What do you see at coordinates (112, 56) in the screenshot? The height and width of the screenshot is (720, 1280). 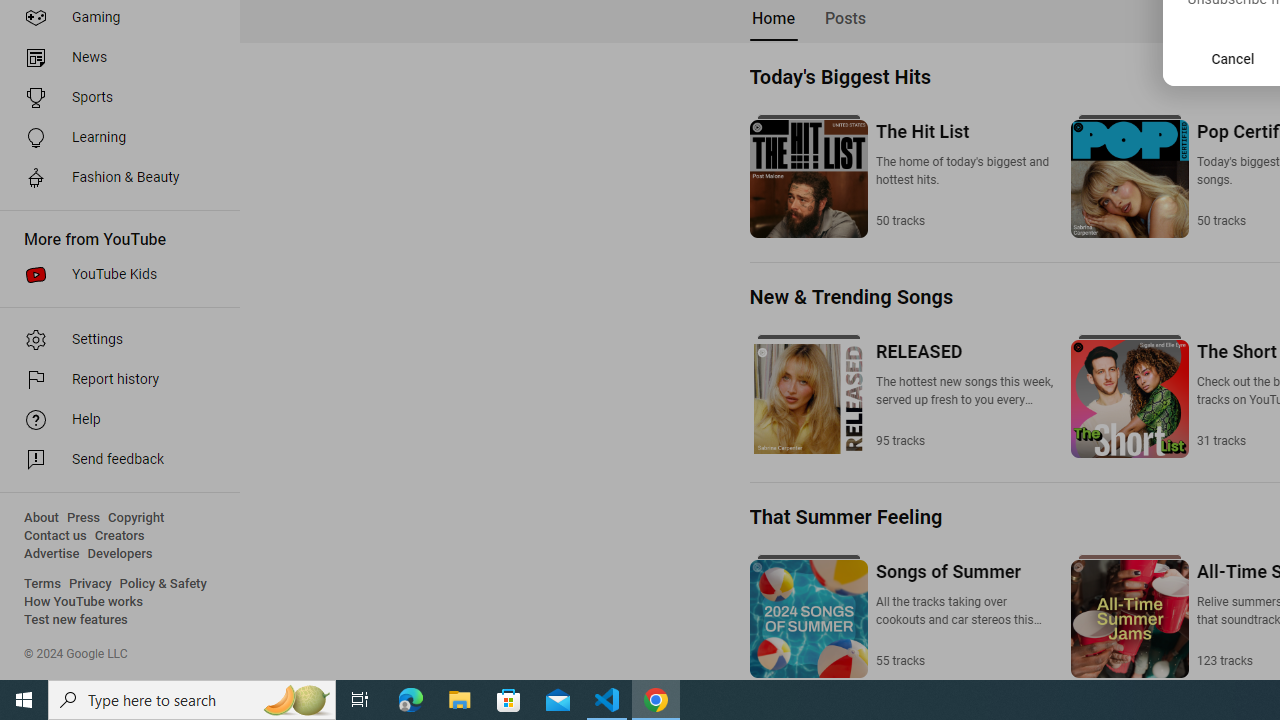 I see `'News'` at bounding box center [112, 56].